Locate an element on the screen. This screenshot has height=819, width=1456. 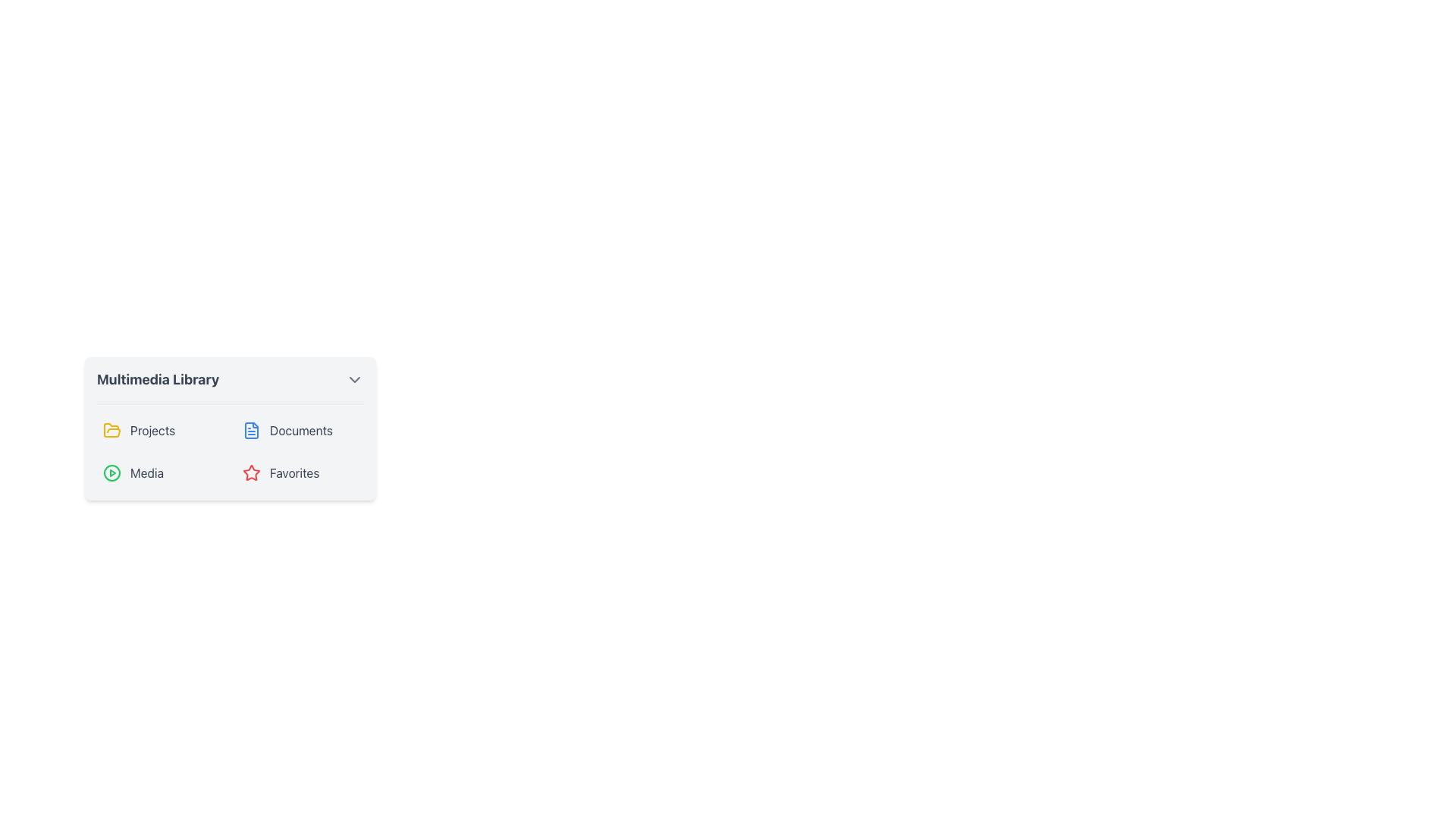
the blue document icon in the 'Documents' section of the Multimedia Library menu, located in the top right corner adjacent to the text 'Documents' is located at coordinates (251, 430).